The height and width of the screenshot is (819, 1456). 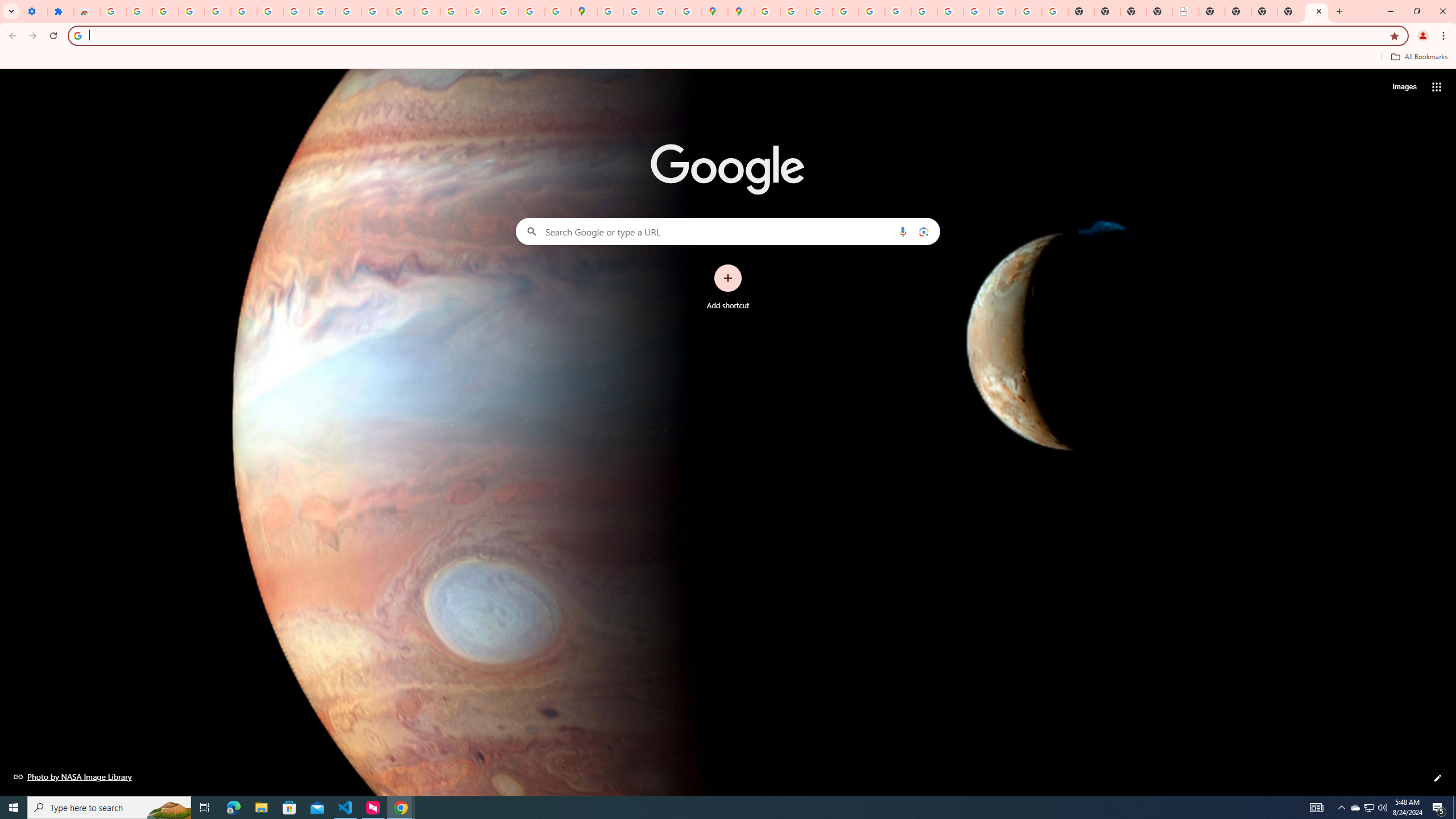 I want to click on 'Search Google or type a URL', so click(x=728, y=230).